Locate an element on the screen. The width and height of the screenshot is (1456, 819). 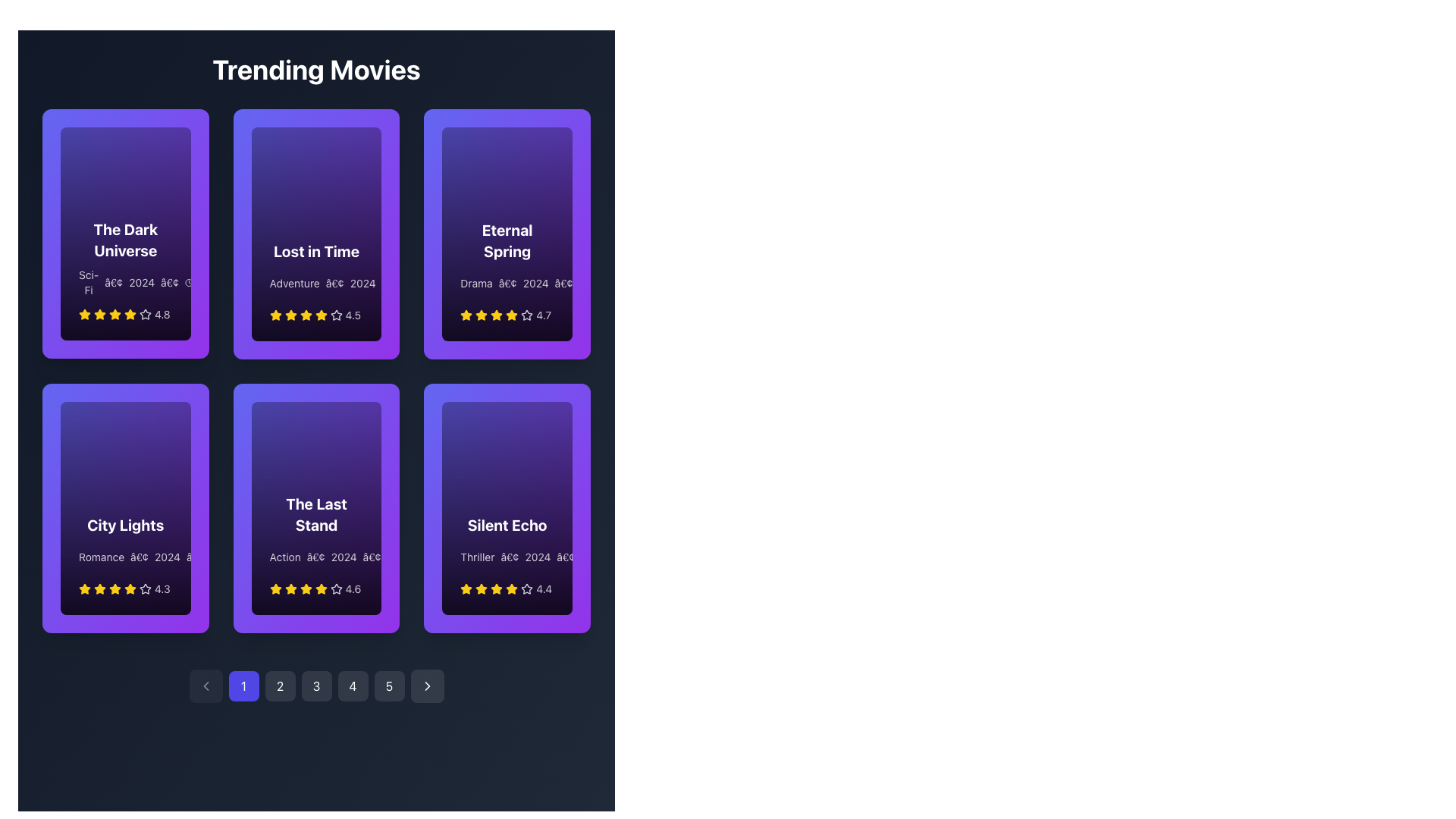
the Play button, which is a triangular shape surrounded by a circular button with a purple gradient background, located in the lower-right card labeled 'Silent Echo' in the 'Trending Movies' section is located at coordinates (563, 415).